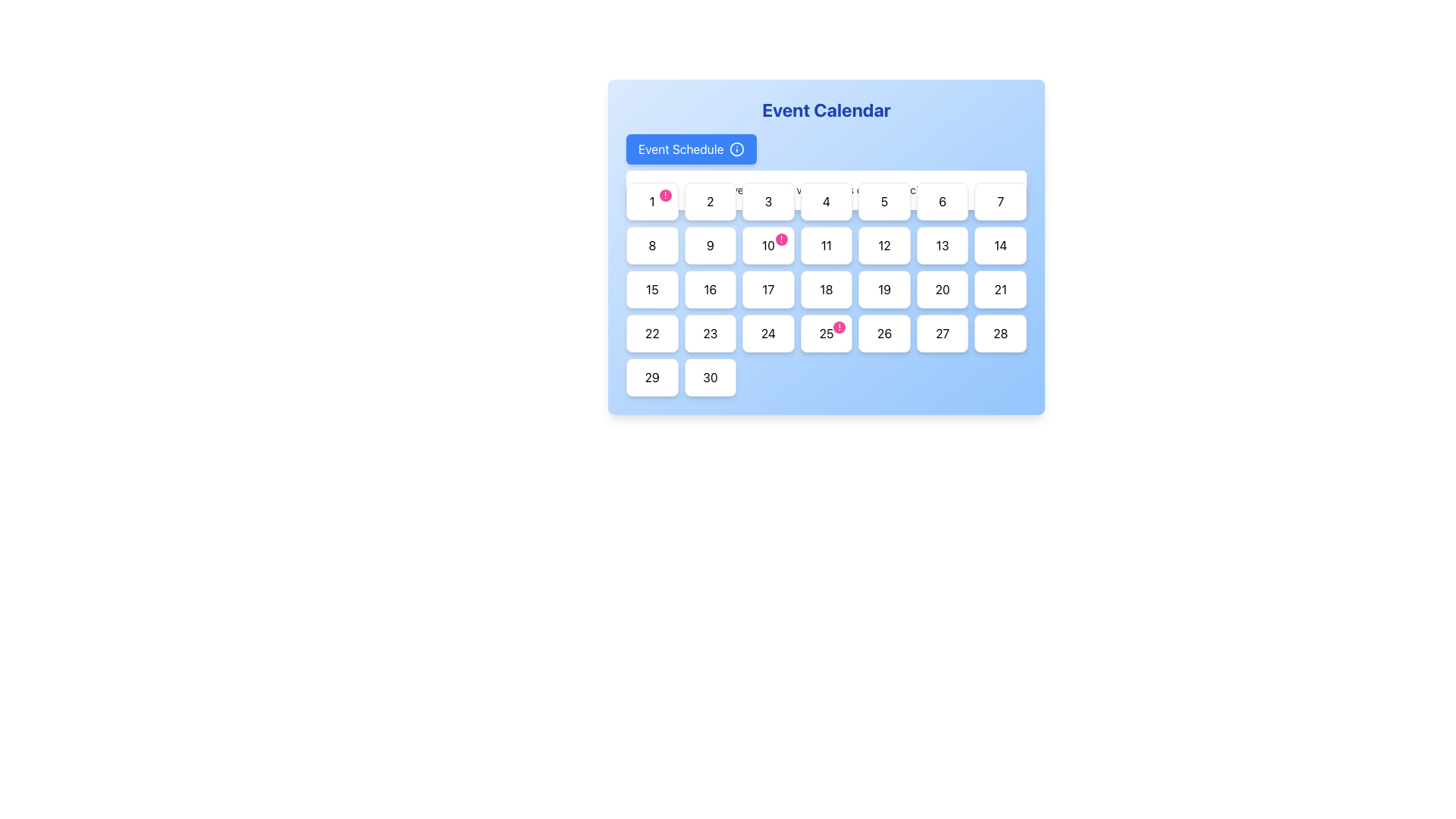 This screenshot has height=819, width=1456. What do you see at coordinates (737, 149) in the screenshot?
I see `the SVG icon located to the right of the 'Event Schedule' button` at bounding box center [737, 149].